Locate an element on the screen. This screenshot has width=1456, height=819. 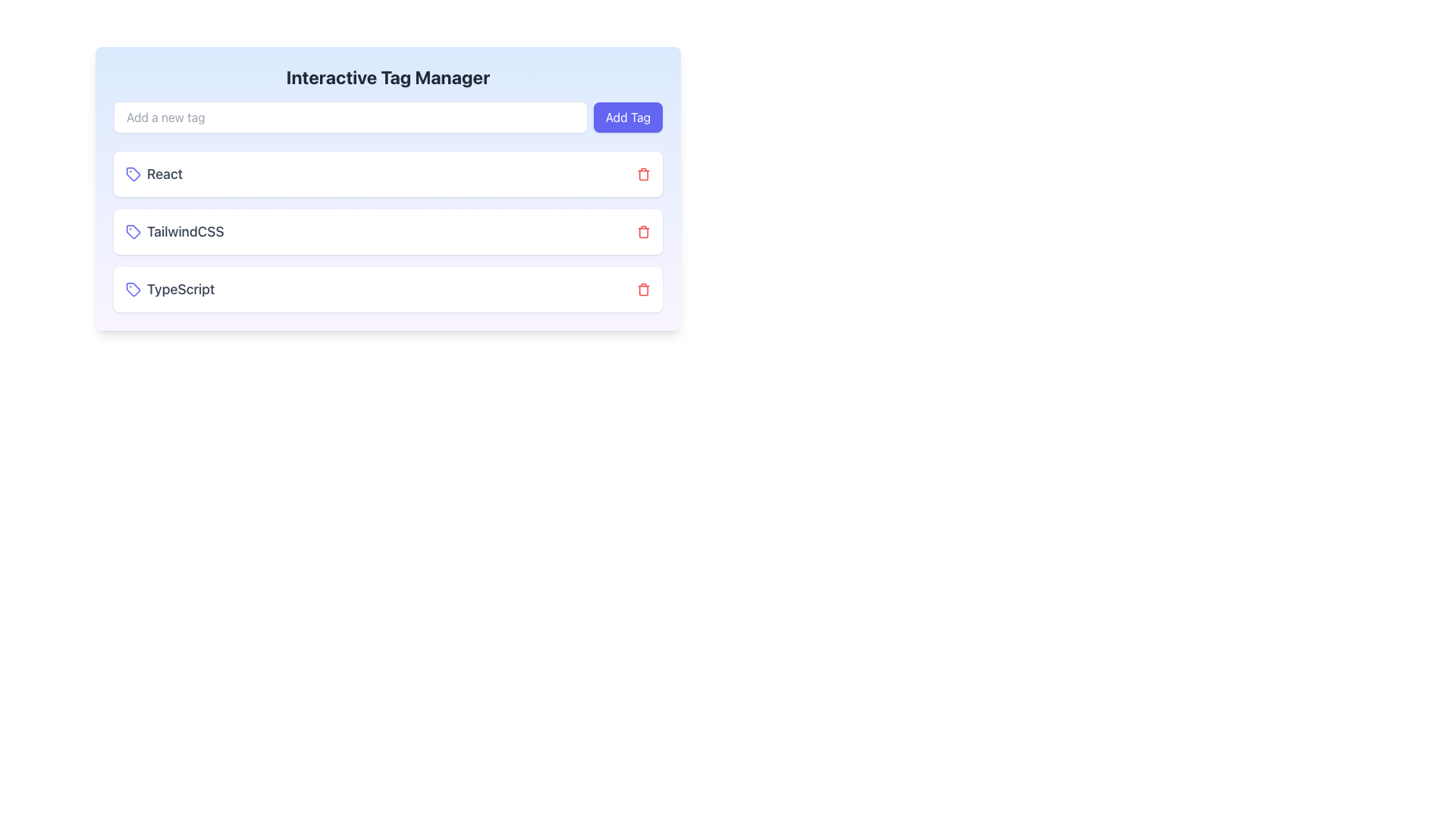
the first tag name in the vertical list of the 'Interactive Tag Manager' card is located at coordinates (165, 174).